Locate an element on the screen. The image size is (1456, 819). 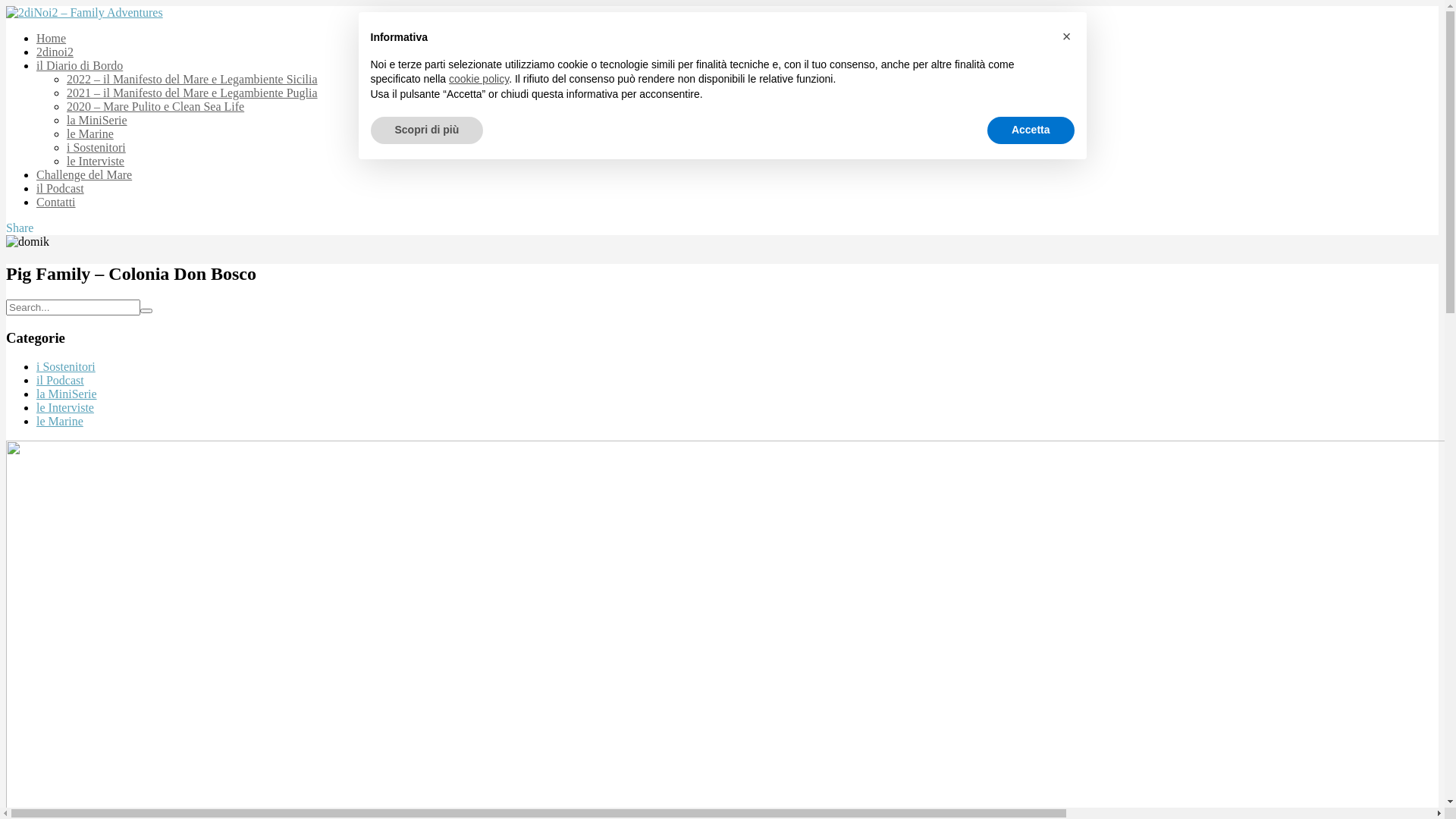
'Challenge del Mare' is located at coordinates (83, 174).